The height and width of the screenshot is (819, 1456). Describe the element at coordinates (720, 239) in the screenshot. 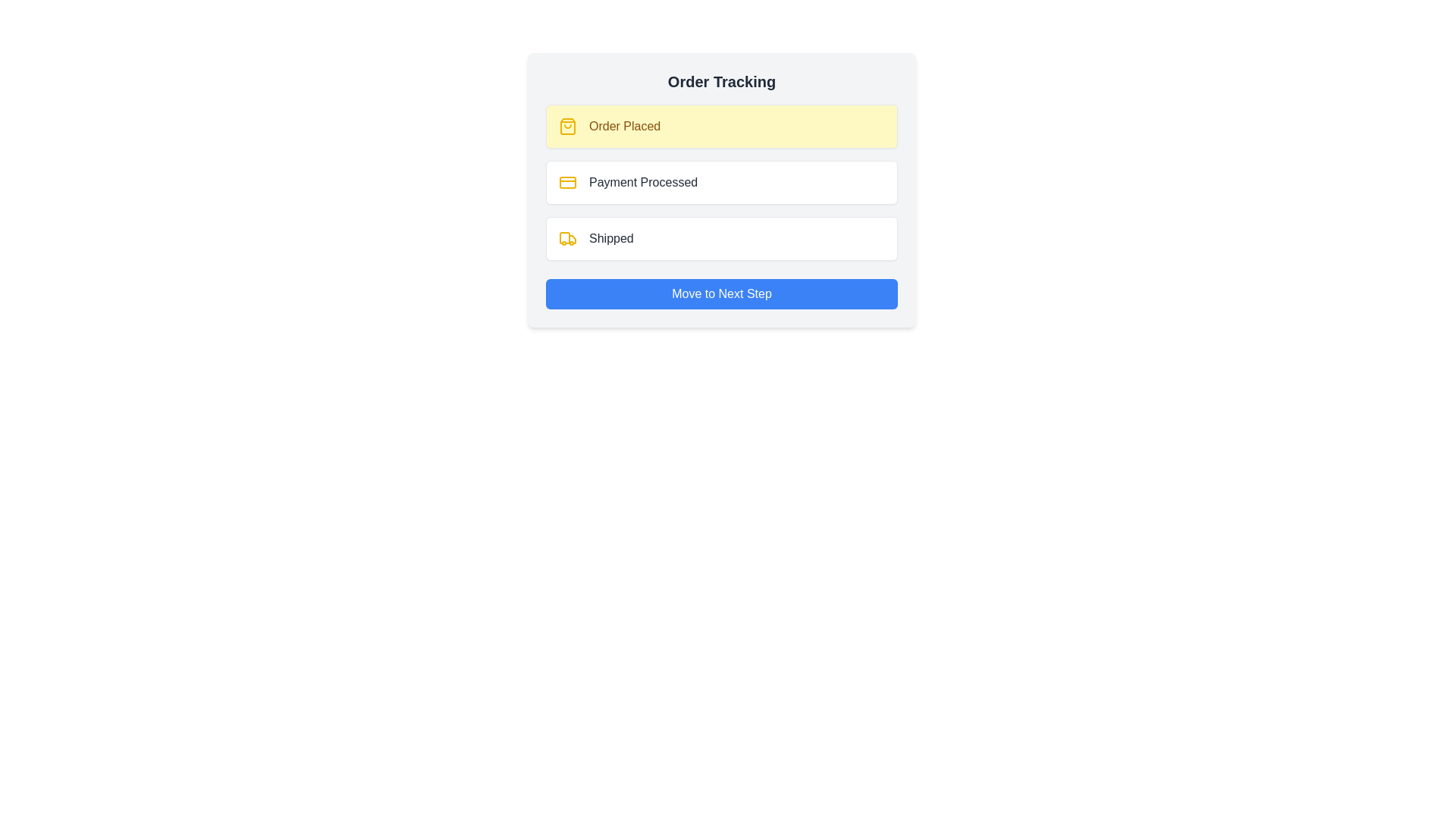

I see `the Status indicator that shows 'Shipped', which is the third item in the Order Tracking section, located below 'Payment Processed'` at that location.